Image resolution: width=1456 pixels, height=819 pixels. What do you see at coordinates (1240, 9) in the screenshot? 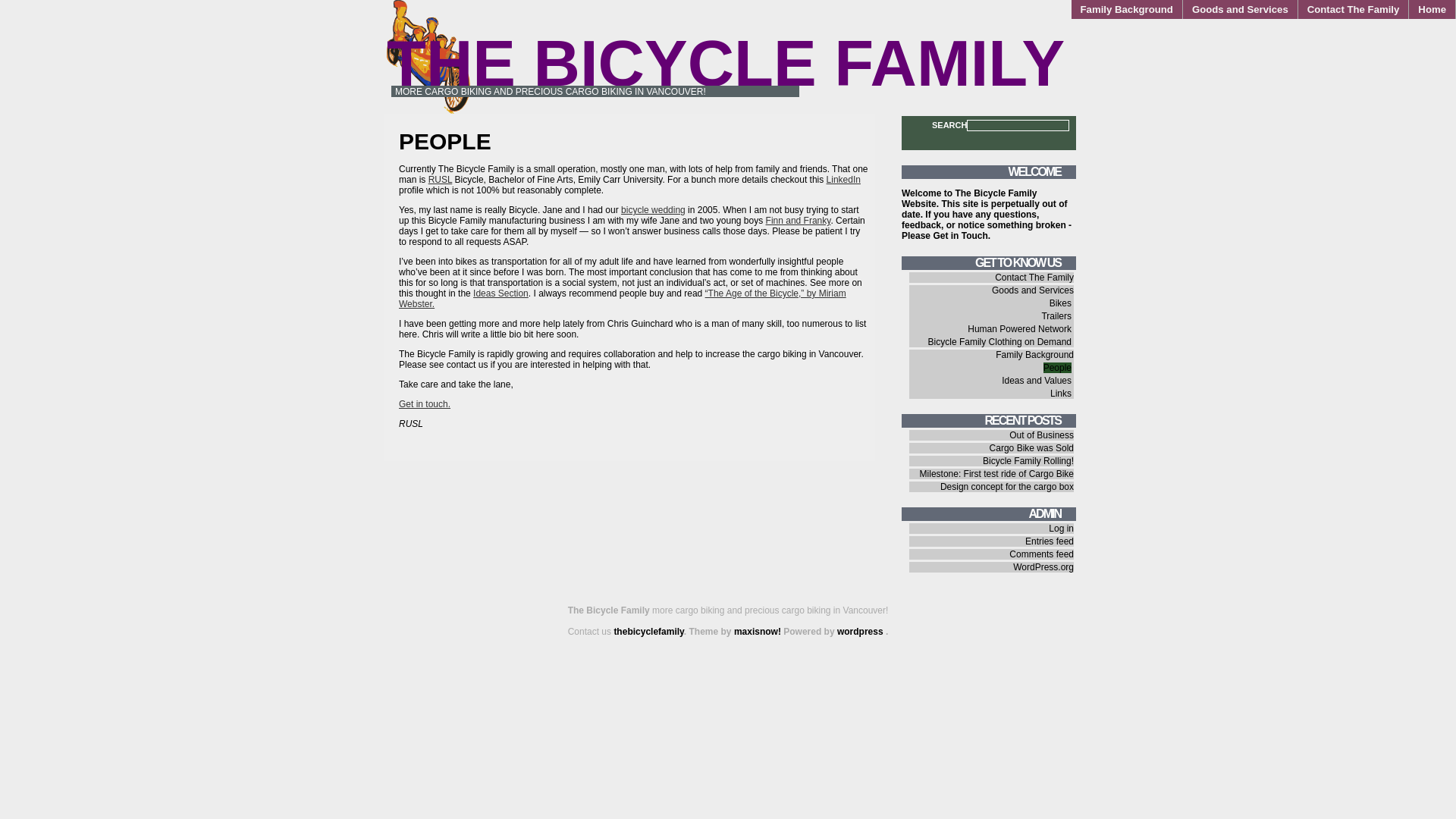
I see `'Goods and Services'` at bounding box center [1240, 9].